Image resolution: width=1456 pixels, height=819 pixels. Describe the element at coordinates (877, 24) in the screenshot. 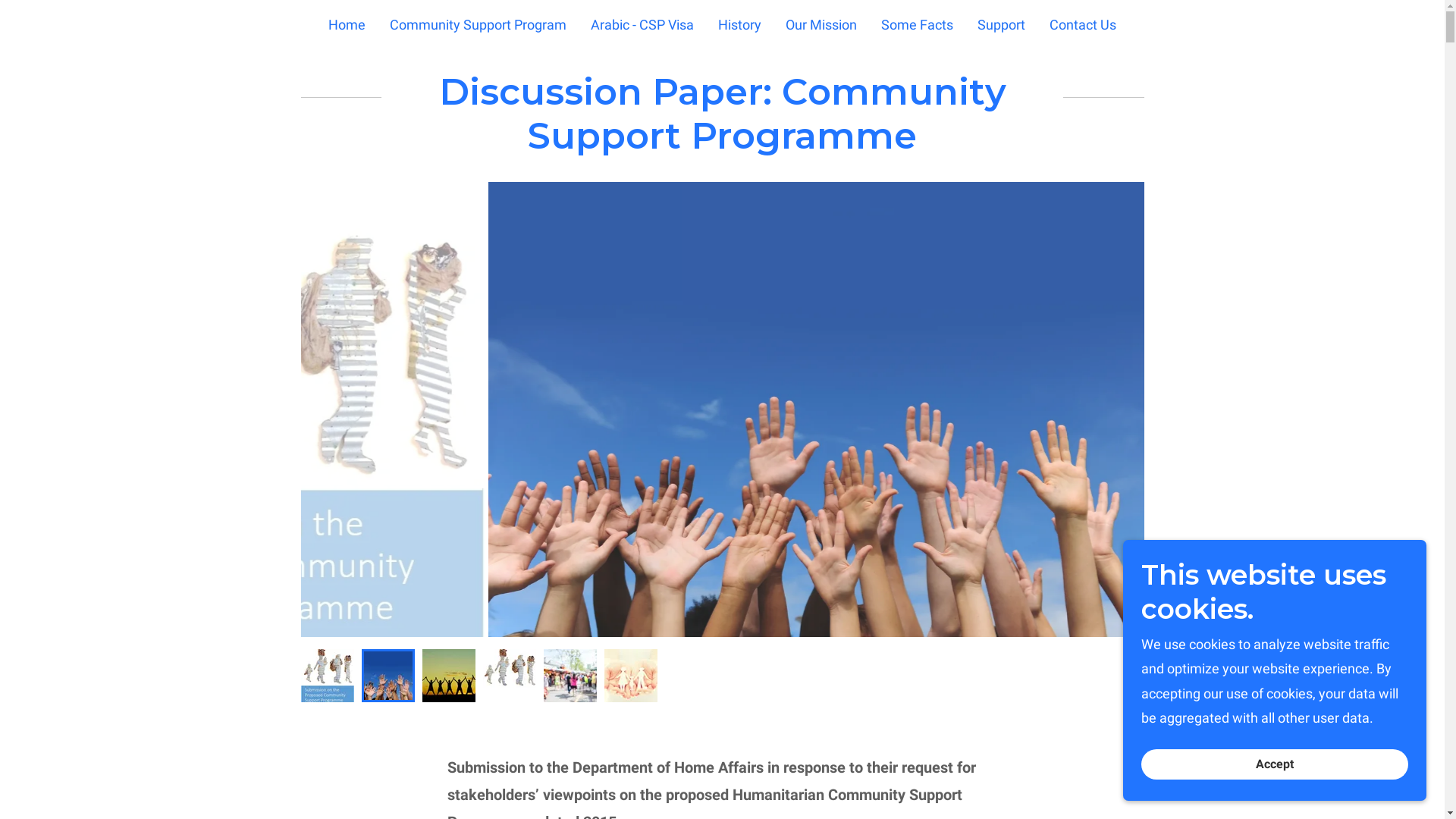

I see `'Some Facts'` at that location.